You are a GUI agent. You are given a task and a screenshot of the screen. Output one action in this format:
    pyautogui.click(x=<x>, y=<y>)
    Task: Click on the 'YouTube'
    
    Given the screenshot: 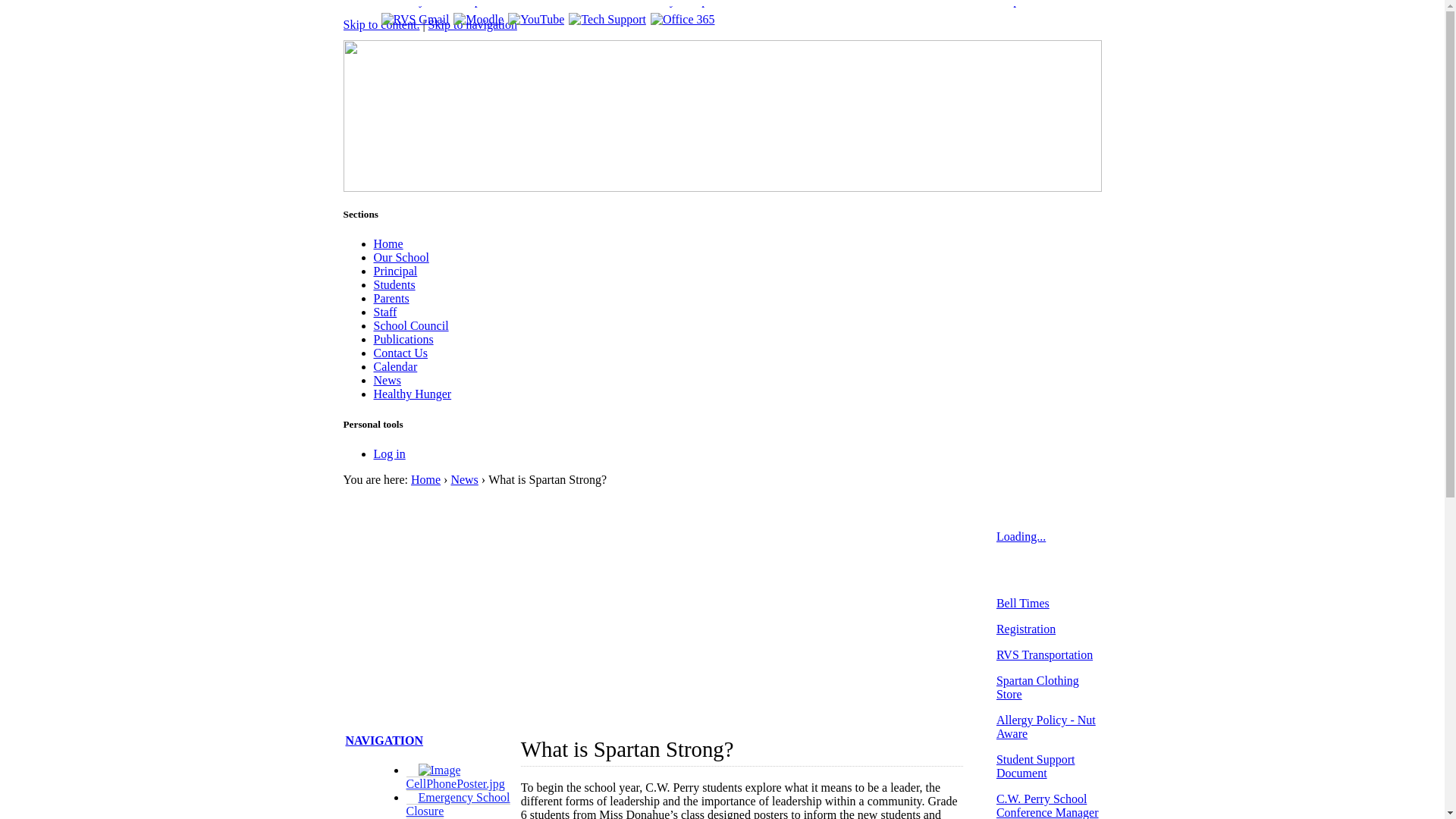 What is the action you would take?
    pyautogui.click(x=535, y=19)
    